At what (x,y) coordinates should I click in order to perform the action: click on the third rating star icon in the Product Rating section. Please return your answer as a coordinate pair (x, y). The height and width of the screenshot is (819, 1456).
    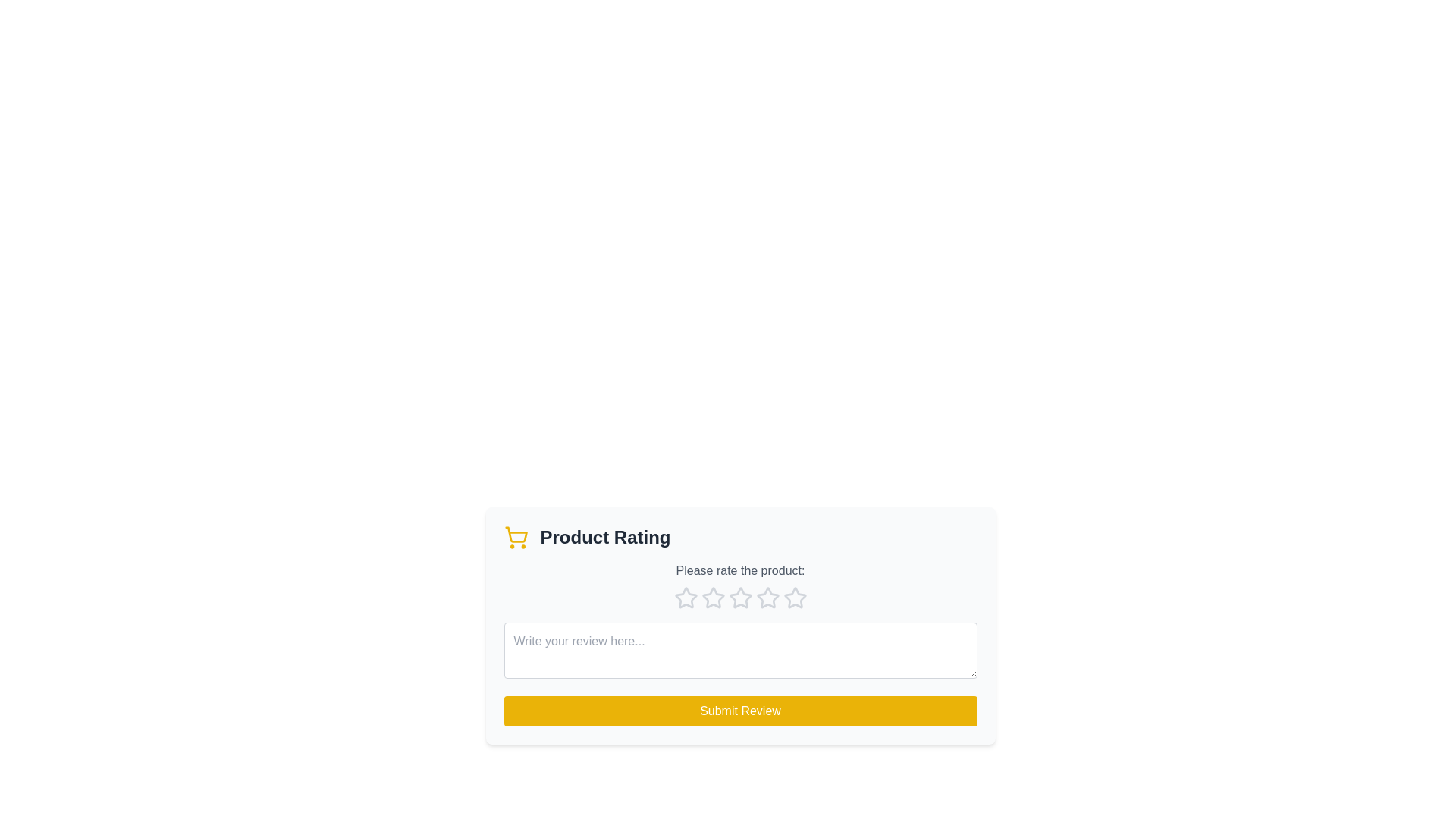
    Looking at the image, I should click on (740, 598).